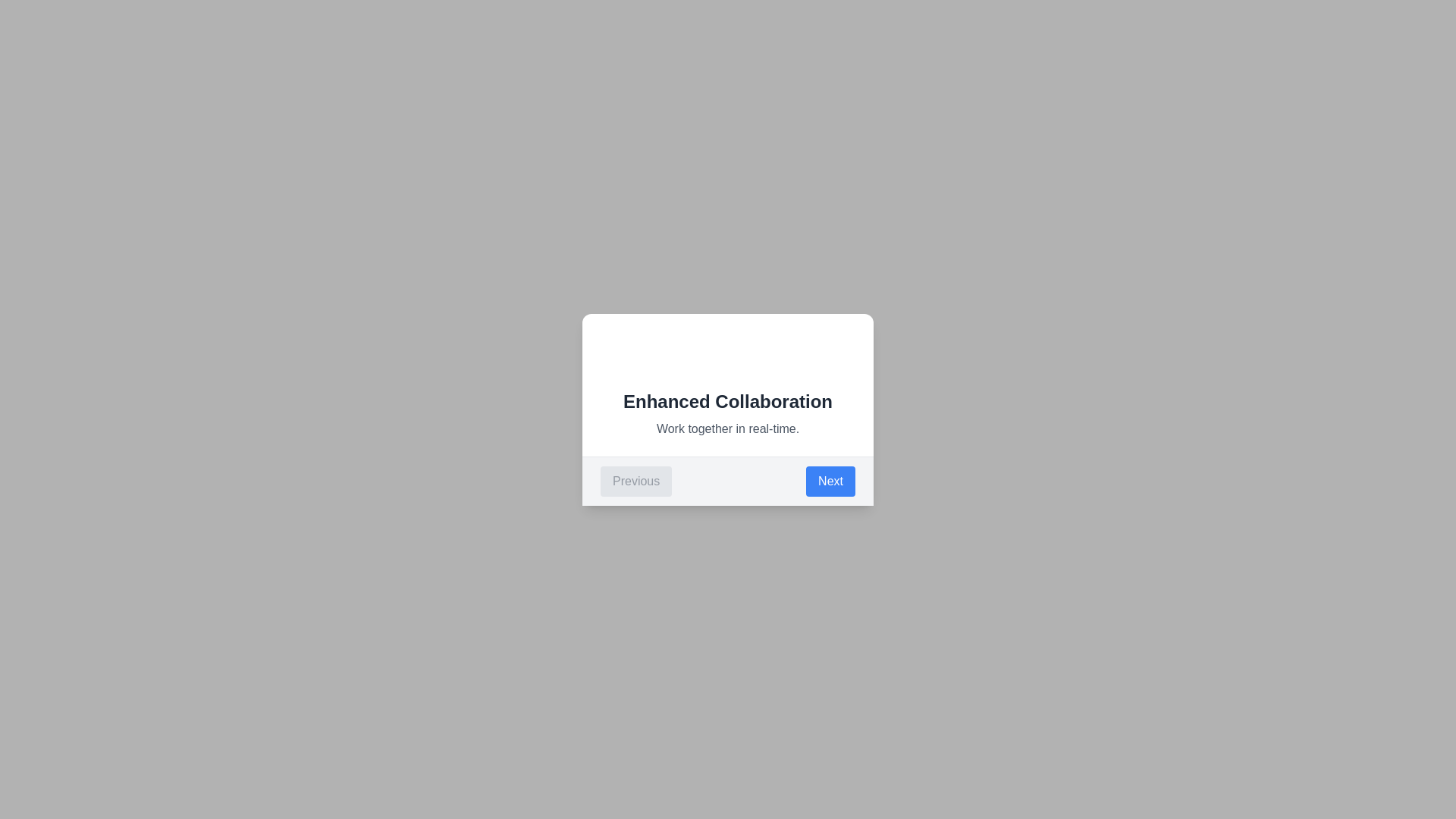  What do you see at coordinates (728, 428) in the screenshot?
I see `the description text located directly beneath the bold heading 'Enhanced Collaboration' within the card-like interface` at bounding box center [728, 428].